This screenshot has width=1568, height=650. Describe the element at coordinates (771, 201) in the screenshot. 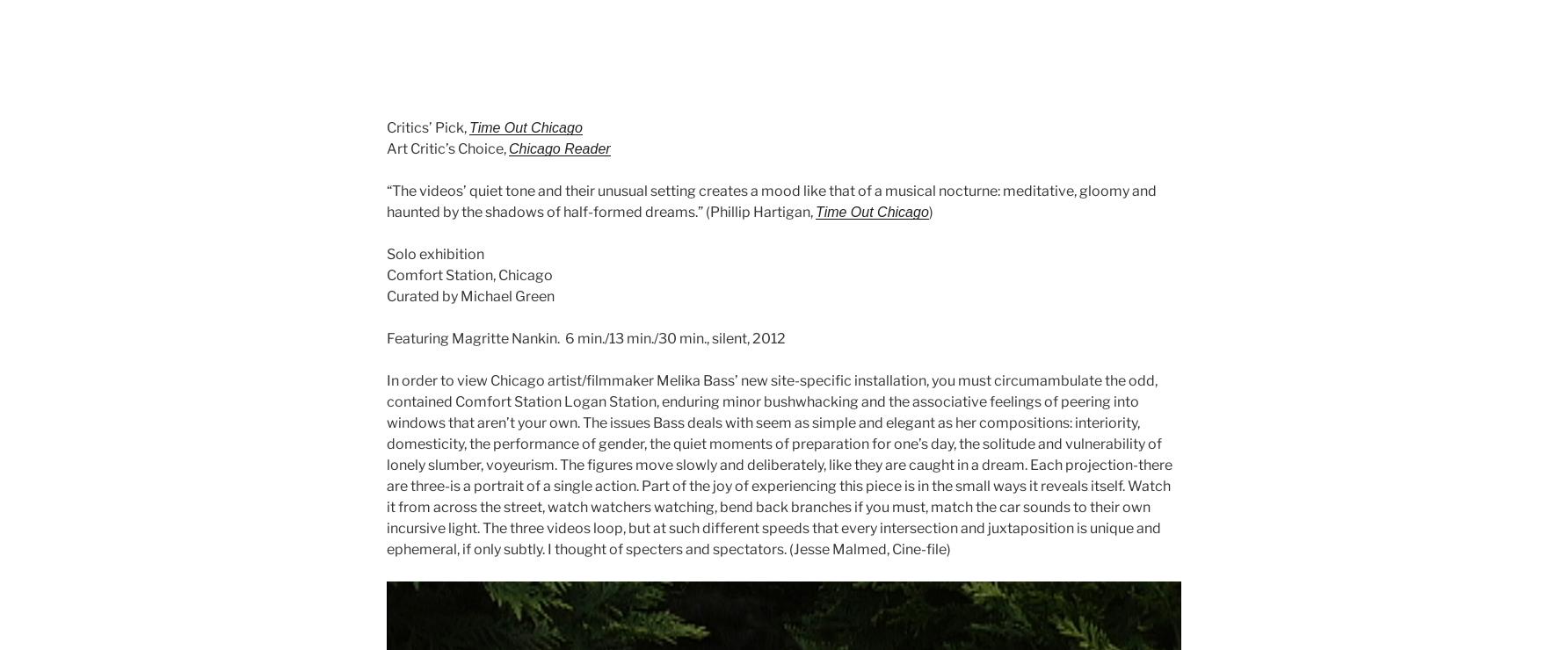

I see `'“The videos’ quiet tone and their unusual setting creates a mood like that of a musical nocturne: meditative, gloomy and haunted by the shadows of half-formed dreams.” (Phillip Hartigan,'` at that location.